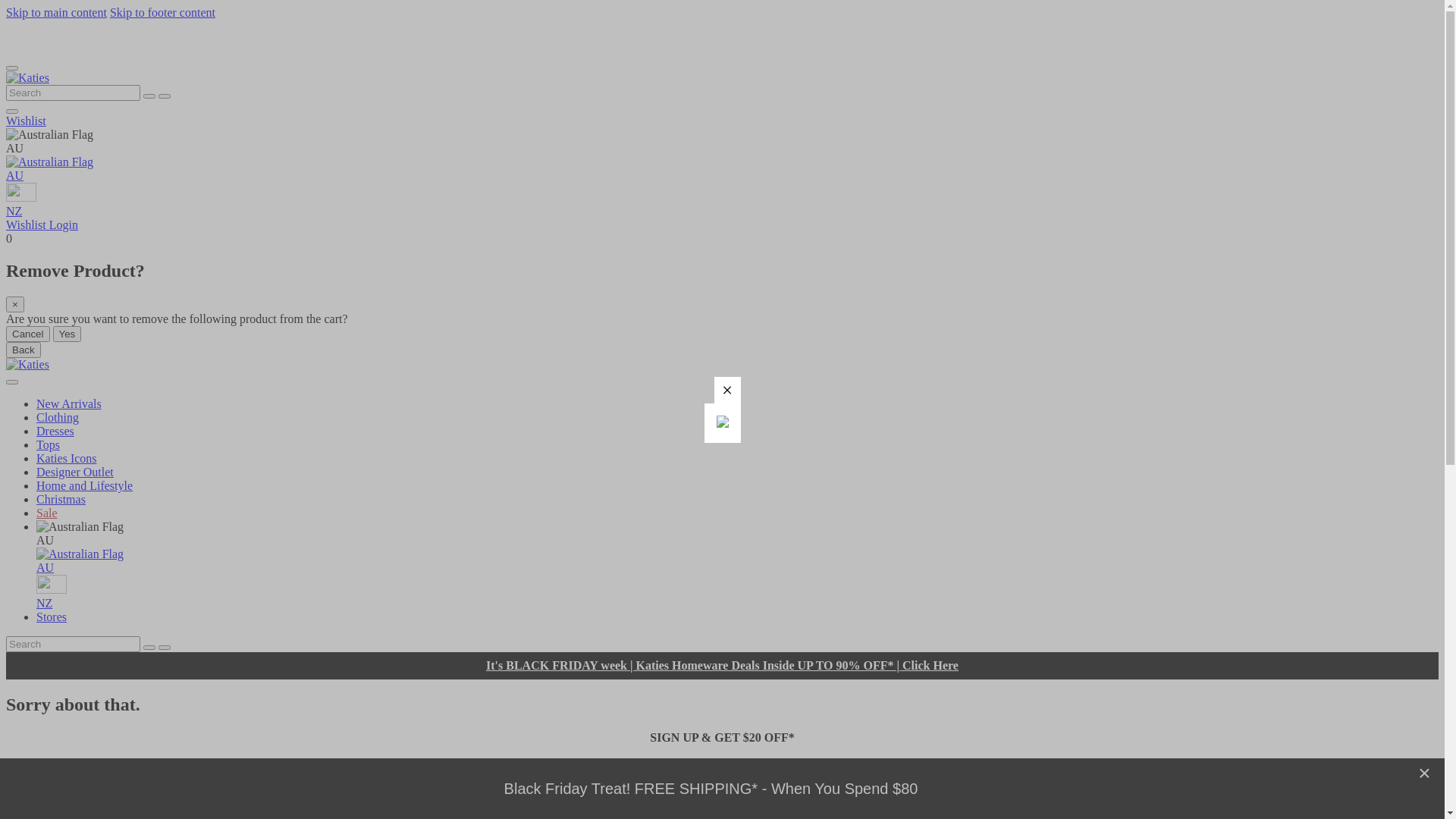  What do you see at coordinates (6, 12) in the screenshot?
I see `'Skip to main content'` at bounding box center [6, 12].